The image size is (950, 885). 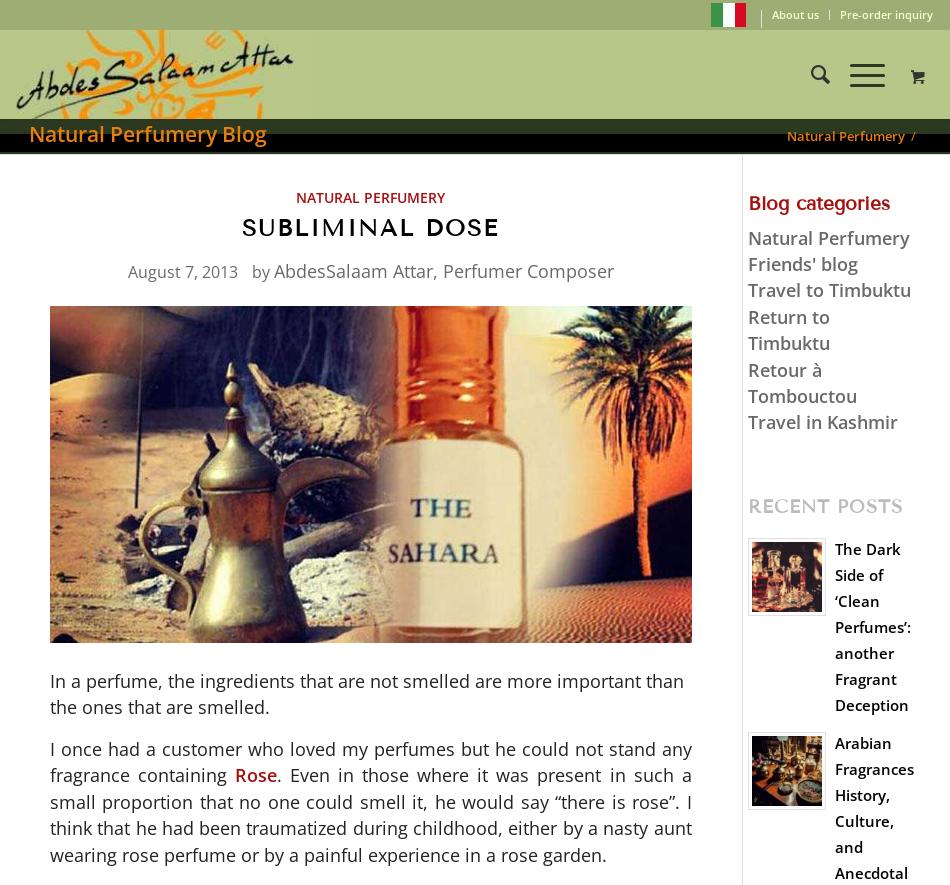 What do you see at coordinates (827, 289) in the screenshot?
I see `'Travel to Timbuktu'` at bounding box center [827, 289].